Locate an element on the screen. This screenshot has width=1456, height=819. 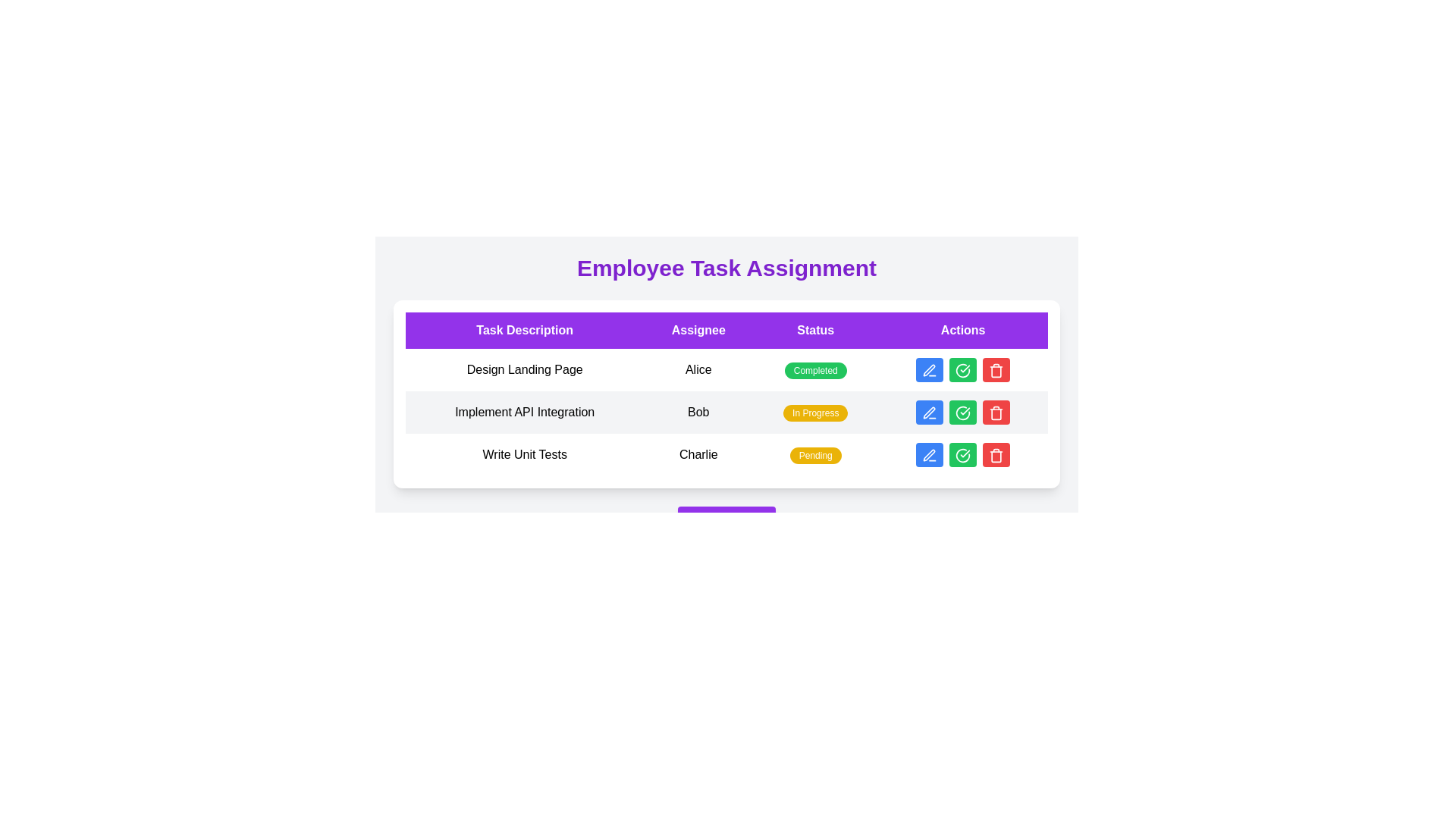
the first icon button in the 'Actions' column of the third row in the 'Employee Task Assignment' table is located at coordinates (929, 454).